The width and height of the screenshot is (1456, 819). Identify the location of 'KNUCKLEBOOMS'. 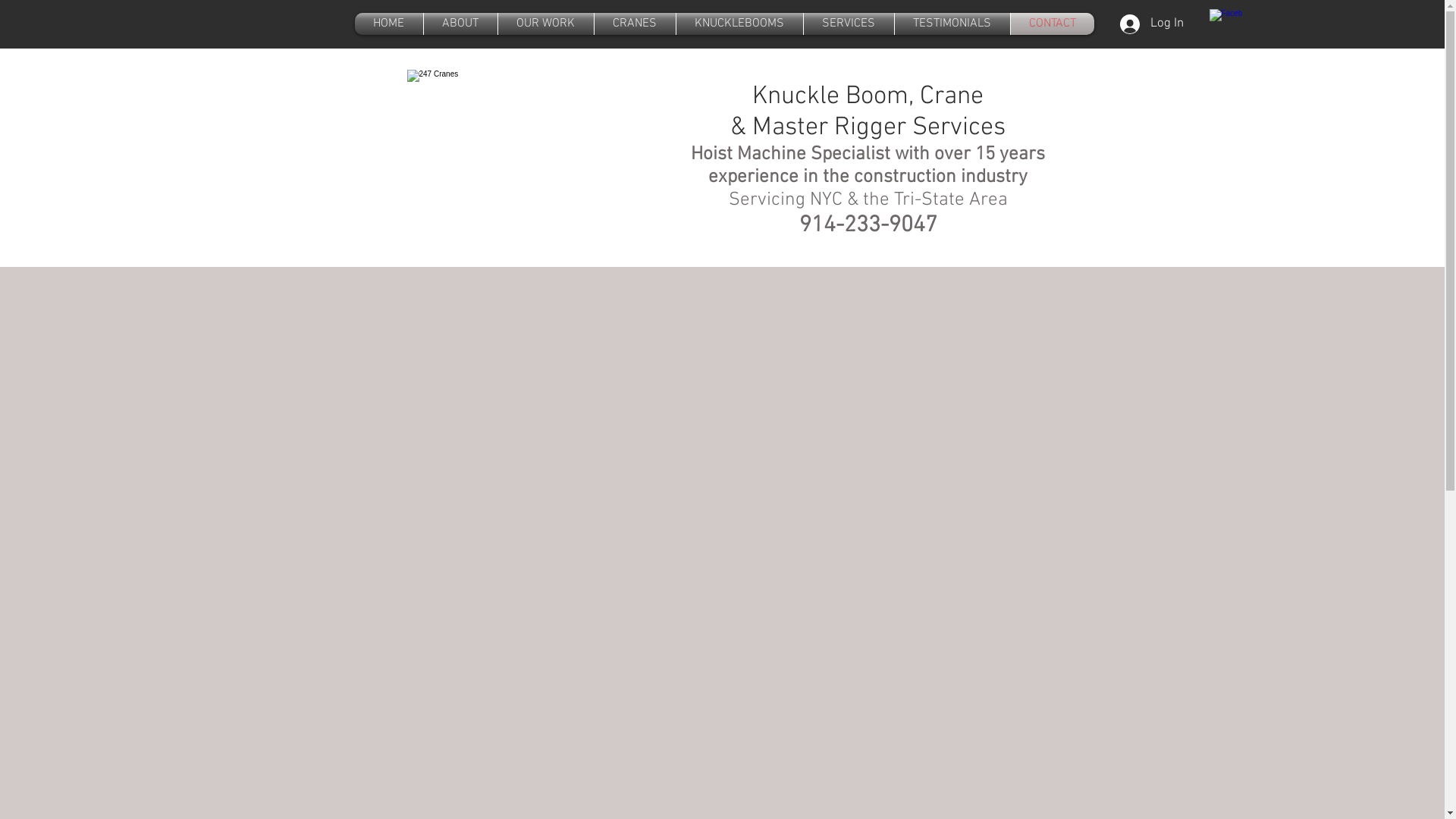
(739, 24).